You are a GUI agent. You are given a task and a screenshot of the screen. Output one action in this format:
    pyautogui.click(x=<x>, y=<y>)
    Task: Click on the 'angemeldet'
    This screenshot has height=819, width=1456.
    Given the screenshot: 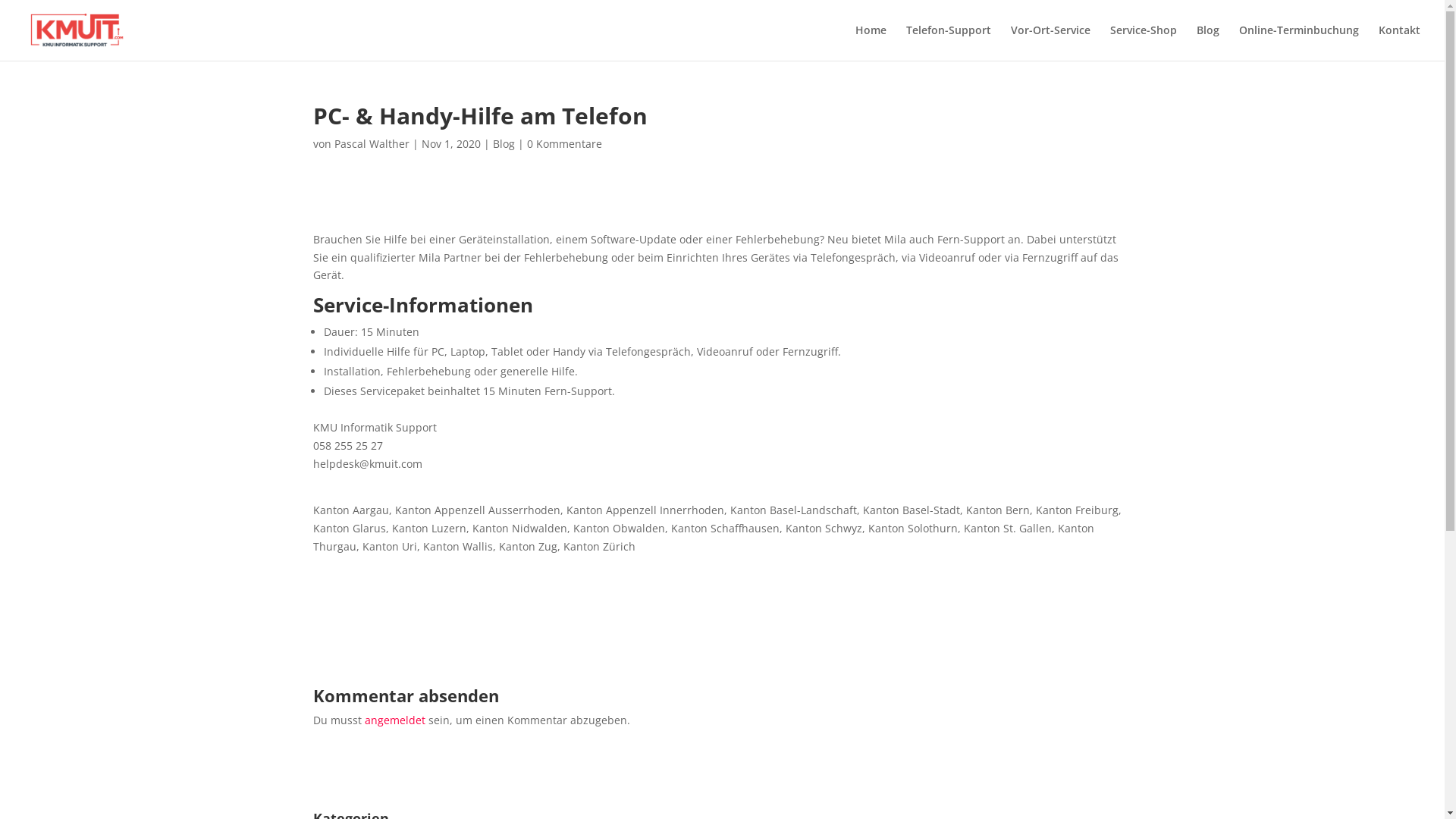 What is the action you would take?
    pyautogui.click(x=394, y=719)
    